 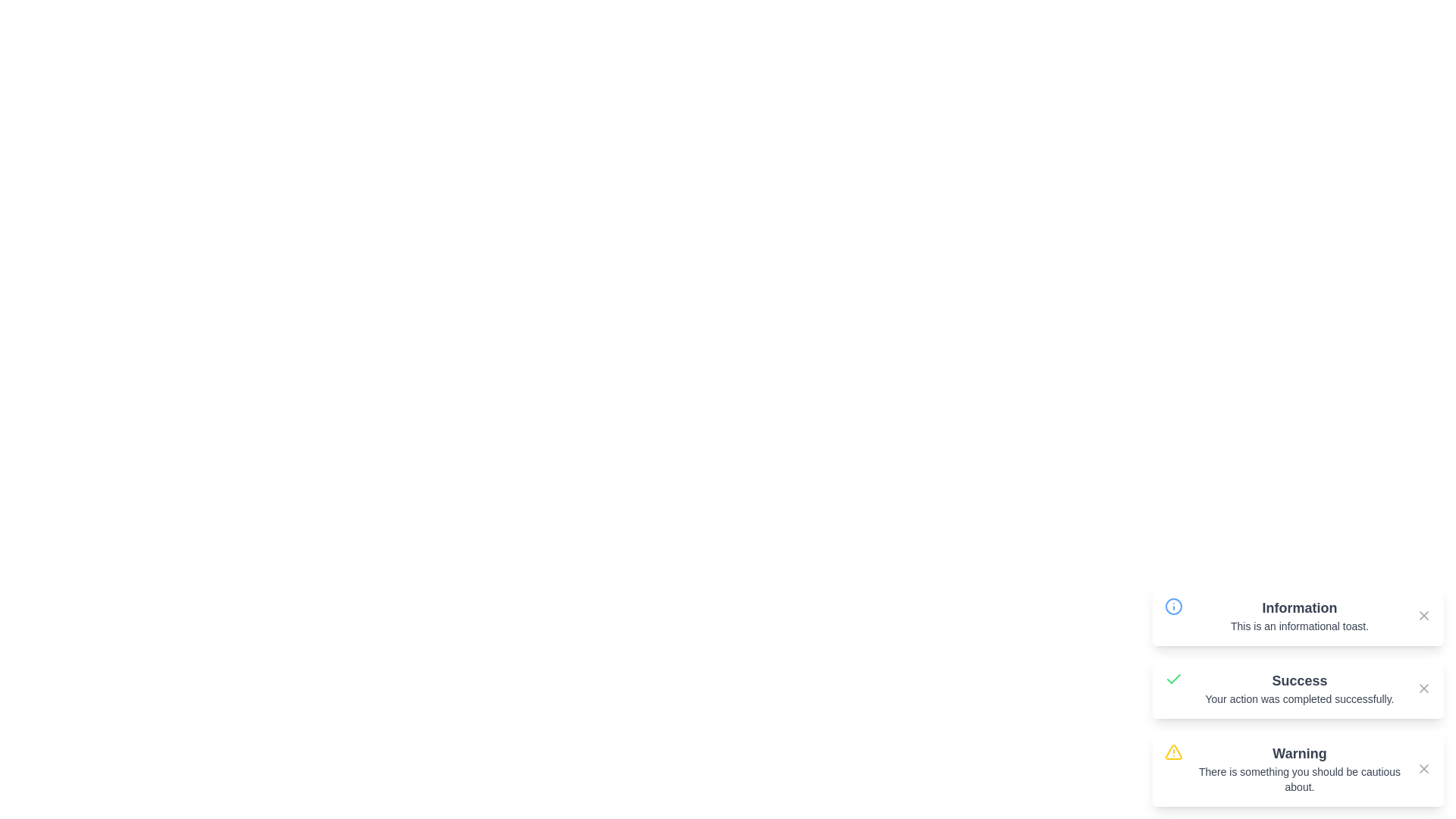 What do you see at coordinates (1298, 616) in the screenshot?
I see `the 'Information' toast notification element that contains the heading 'Information' in bold and the subtext 'This is an informational toast.'` at bounding box center [1298, 616].